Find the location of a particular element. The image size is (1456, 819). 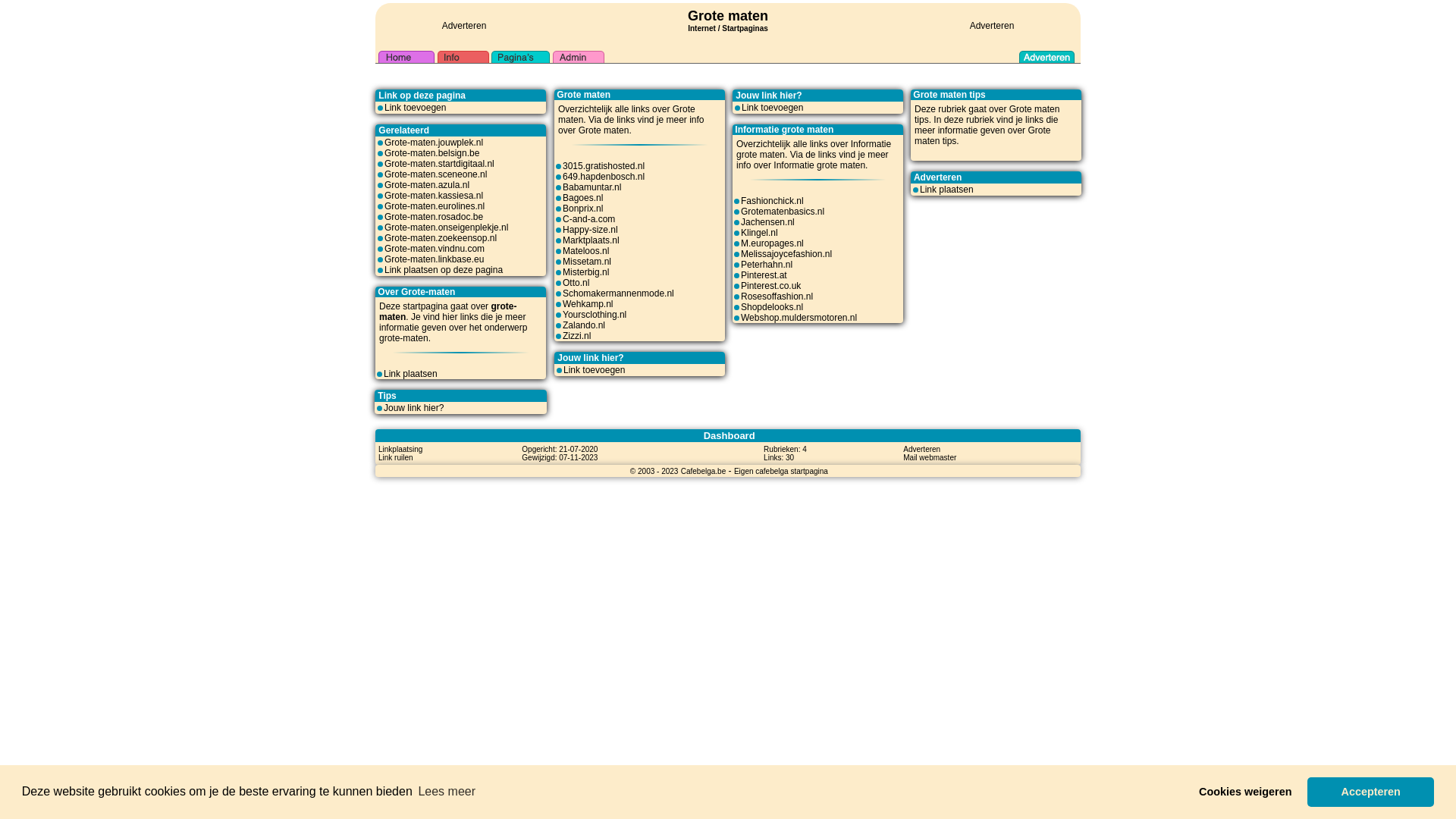

'Mateloos.nl' is located at coordinates (562, 250).